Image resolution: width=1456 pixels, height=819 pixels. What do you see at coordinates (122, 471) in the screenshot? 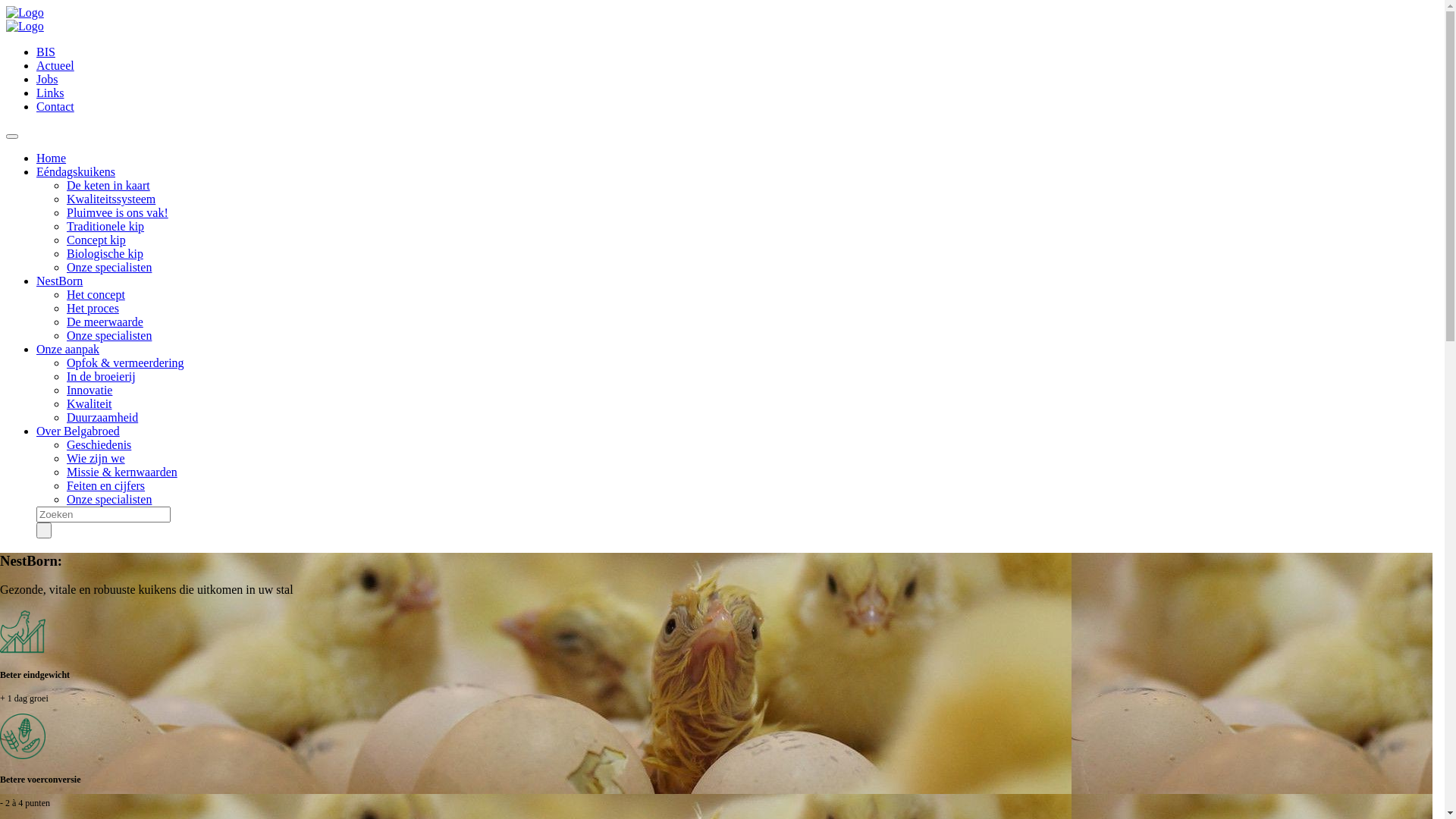
I see `'Missie & kernwaarden'` at bounding box center [122, 471].